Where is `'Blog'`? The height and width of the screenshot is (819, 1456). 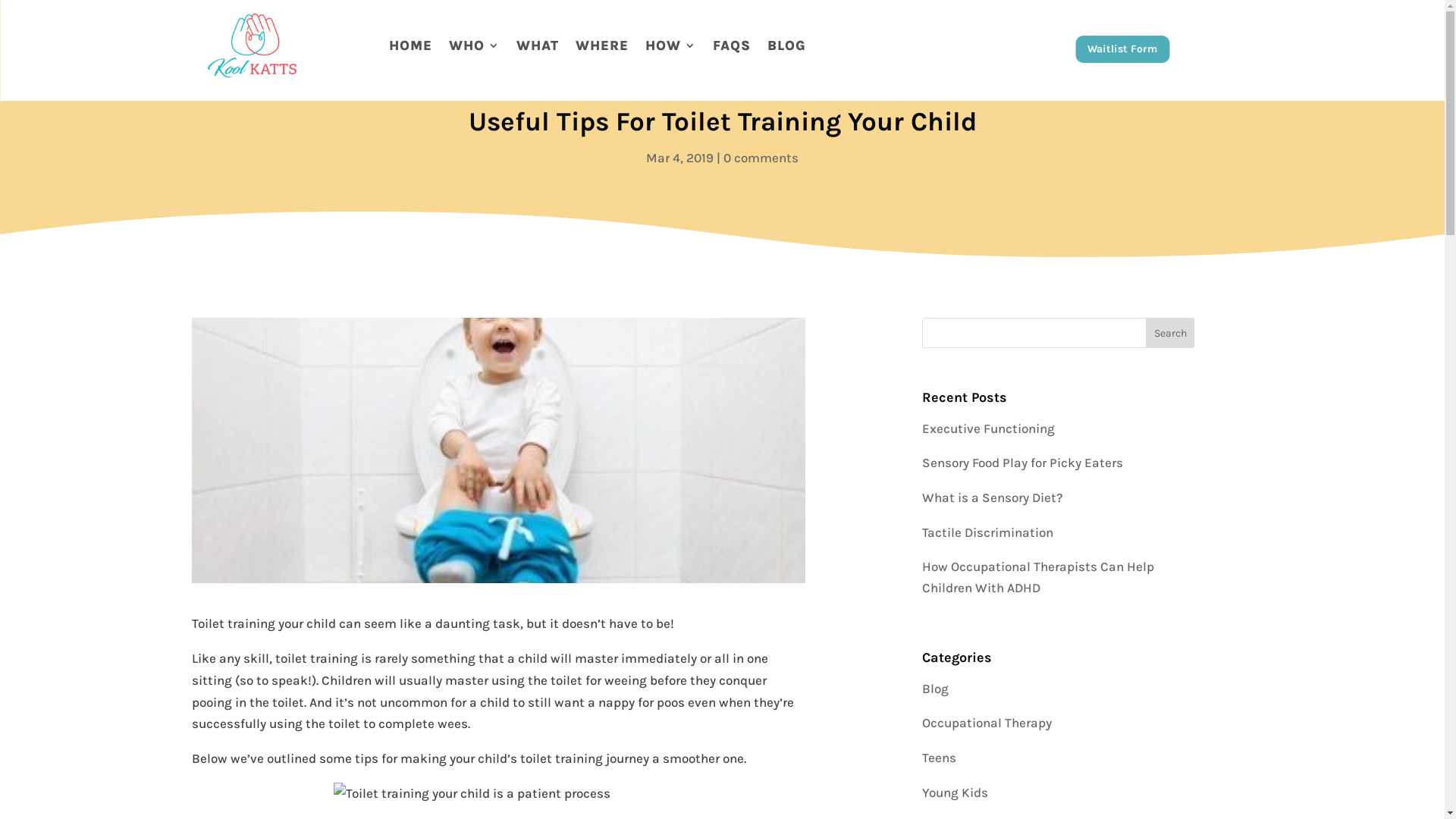 'Blog' is located at coordinates (934, 688).